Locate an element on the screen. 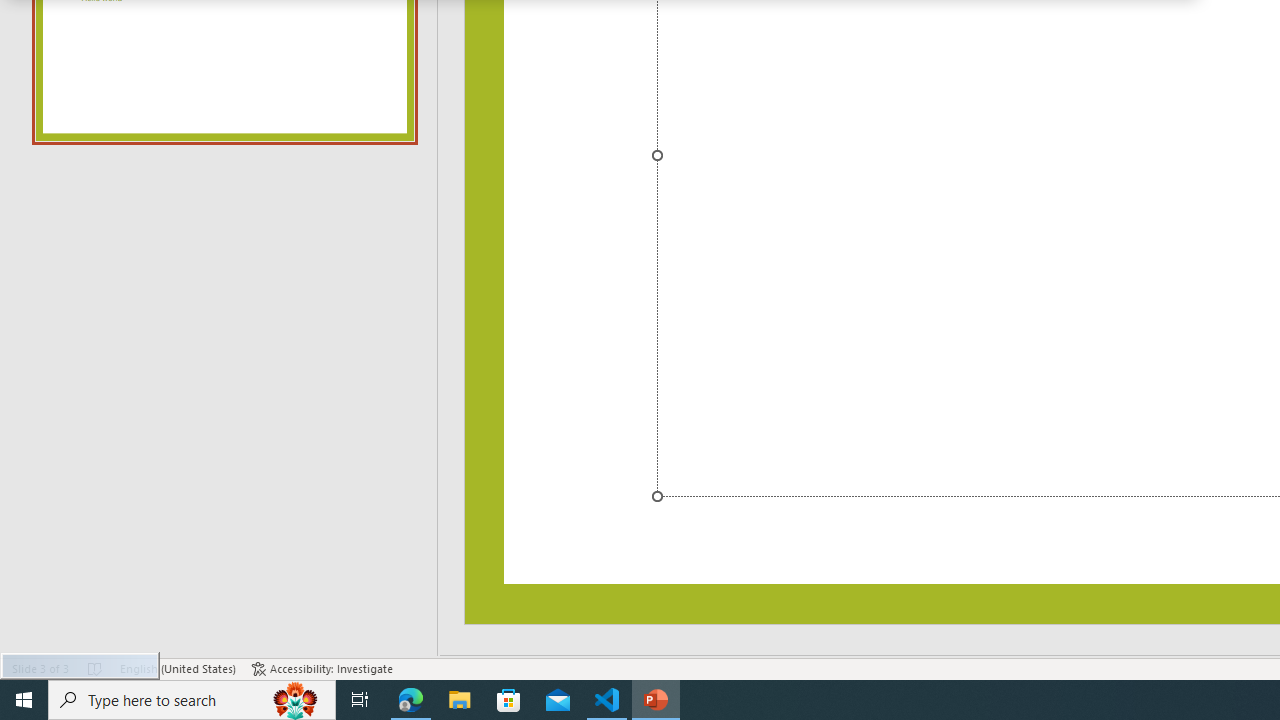 This screenshot has height=720, width=1280. 'Start' is located at coordinates (24, 698).